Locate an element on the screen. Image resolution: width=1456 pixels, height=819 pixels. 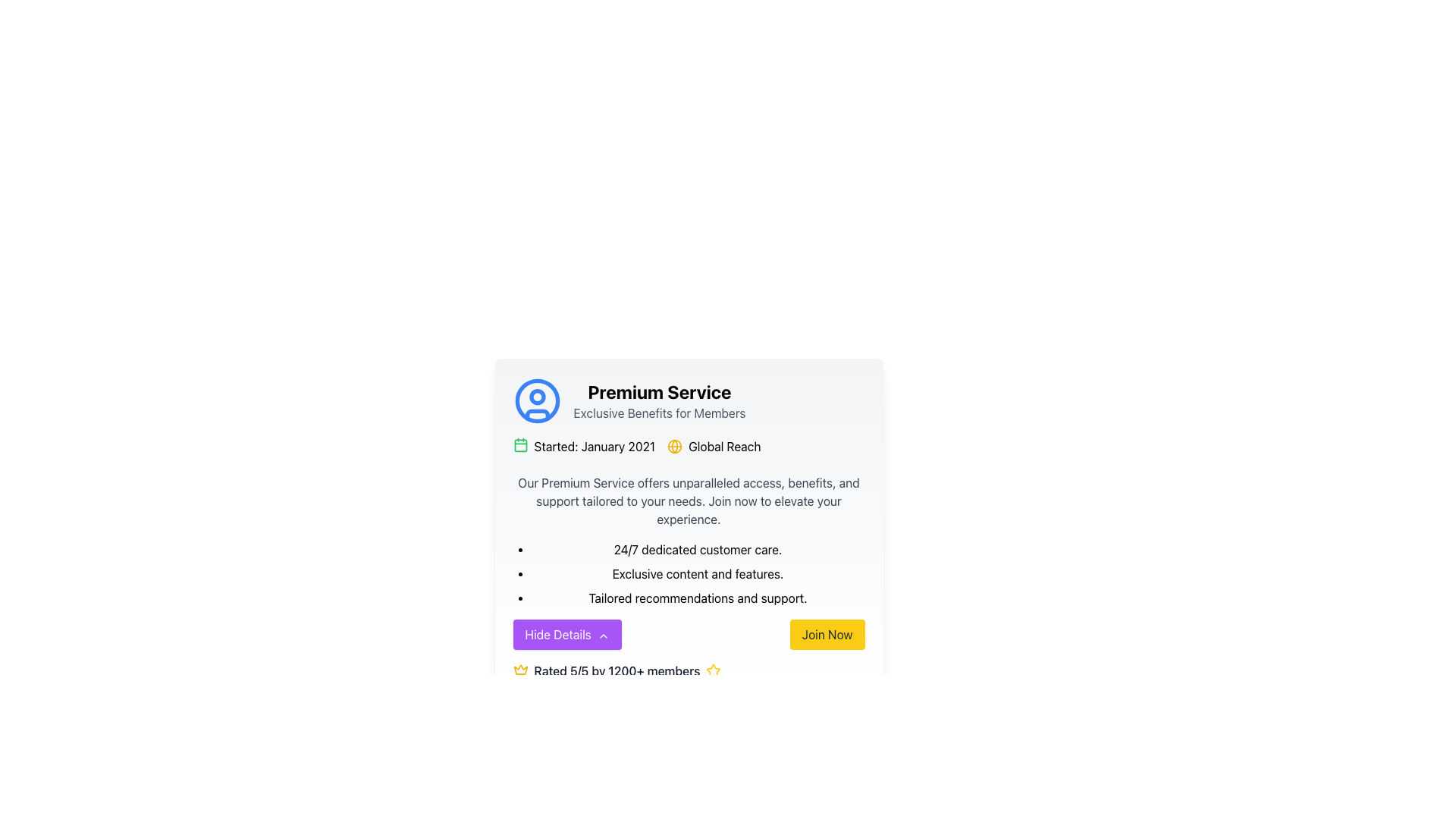
the text block that displays: 'Our Premium Service offers unparalleled access, benefits, and support tailored to your needs. Join now to elevate your experience.' is located at coordinates (688, 500).